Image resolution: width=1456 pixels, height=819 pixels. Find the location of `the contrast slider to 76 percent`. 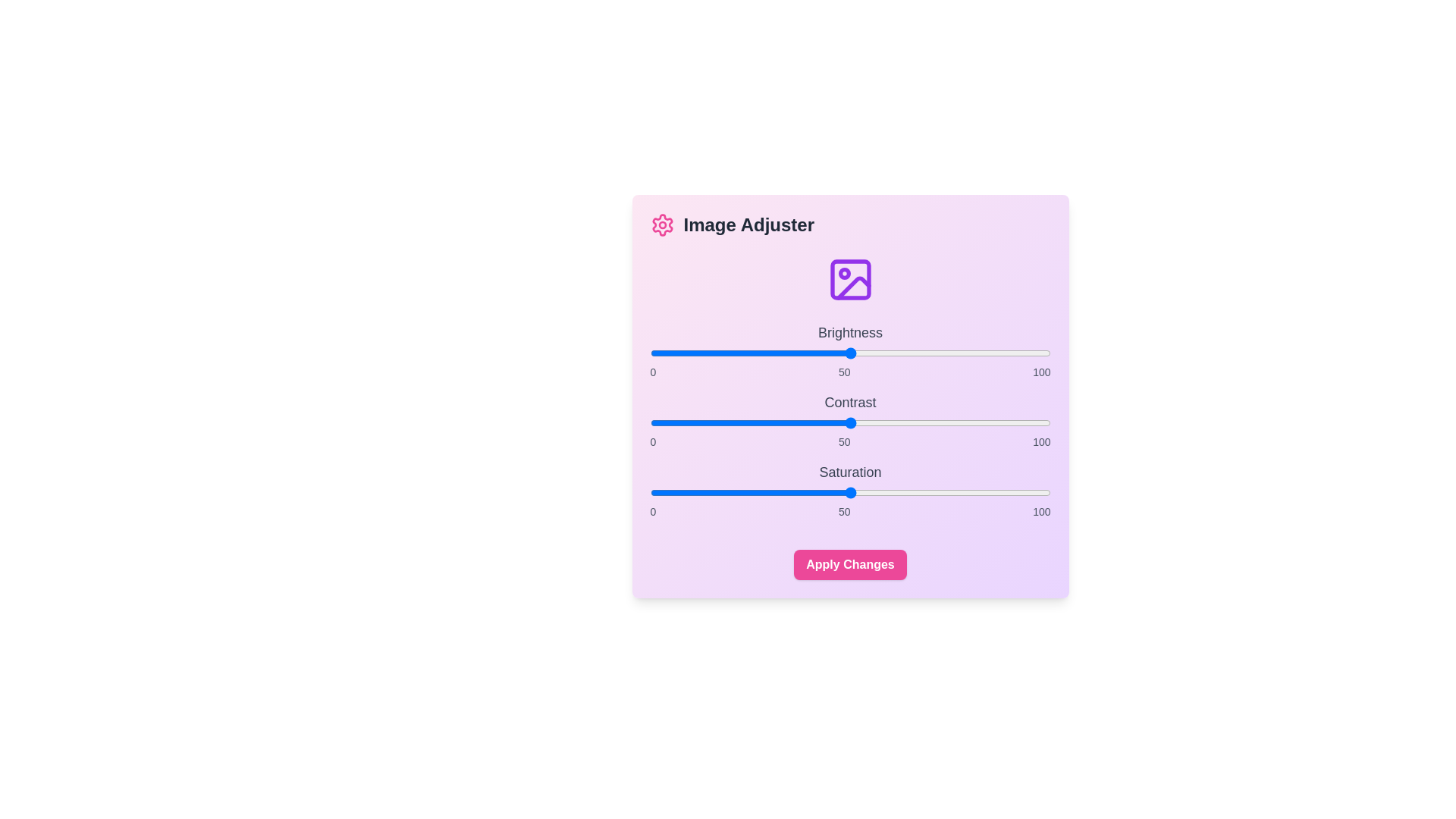

the contrast slider to 76 percent is located at coordinates (953, 423).